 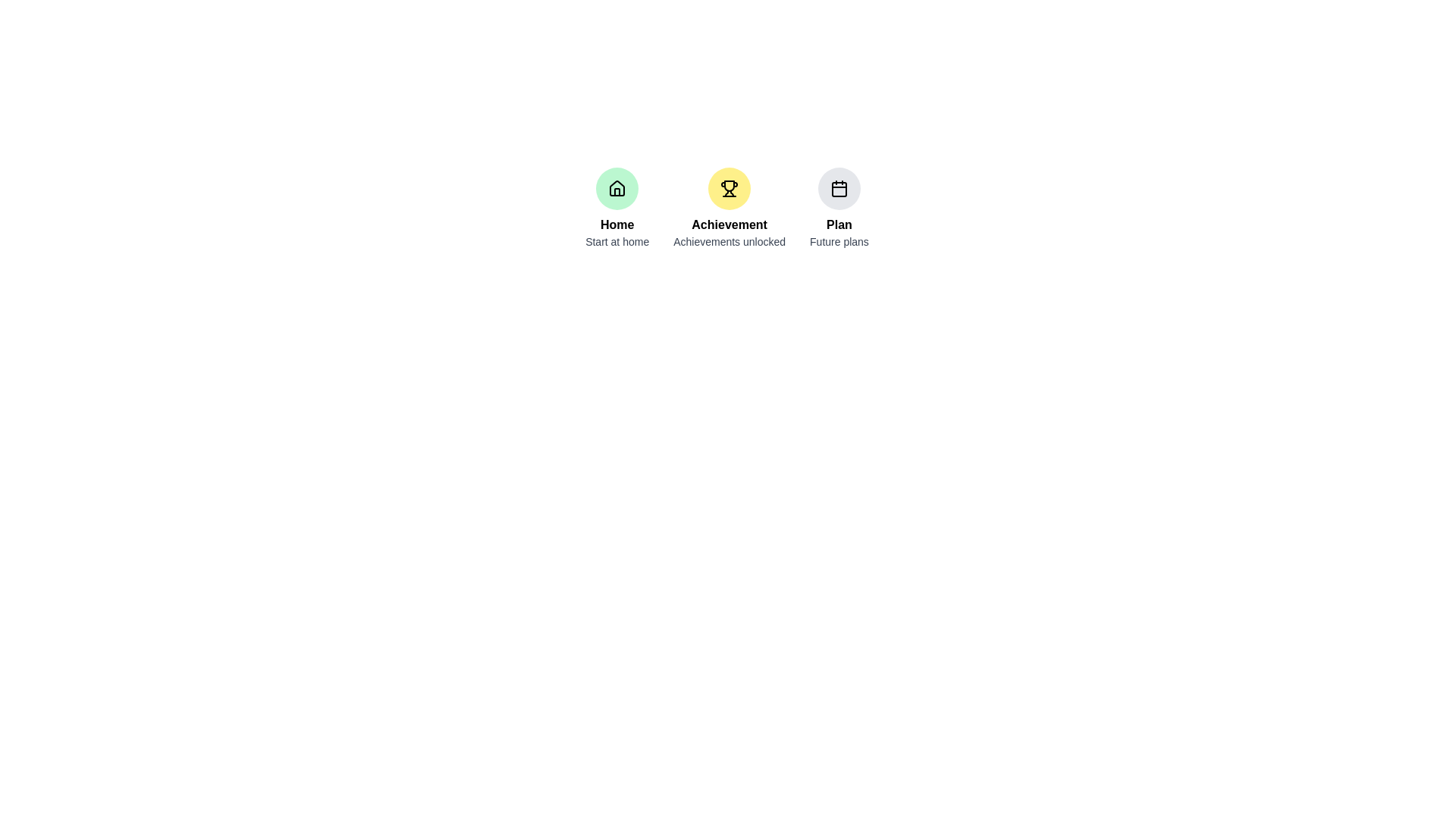 I want to click on the achievements icon located in the center section of the interface, positioned between the 'Home' icon on the left and the 'Plan' icon on the right, so click(x=730, y=188).